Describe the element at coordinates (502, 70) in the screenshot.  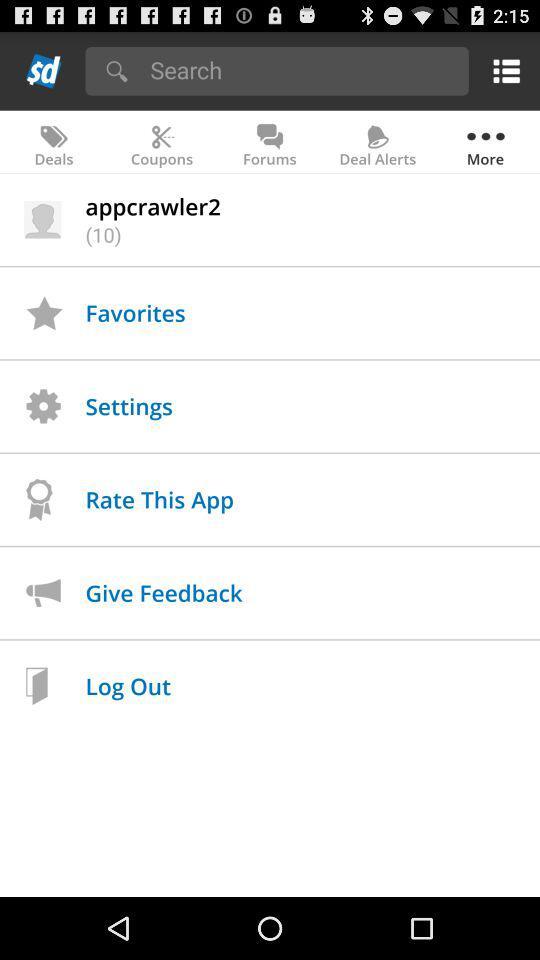
I see `settings` at that location.